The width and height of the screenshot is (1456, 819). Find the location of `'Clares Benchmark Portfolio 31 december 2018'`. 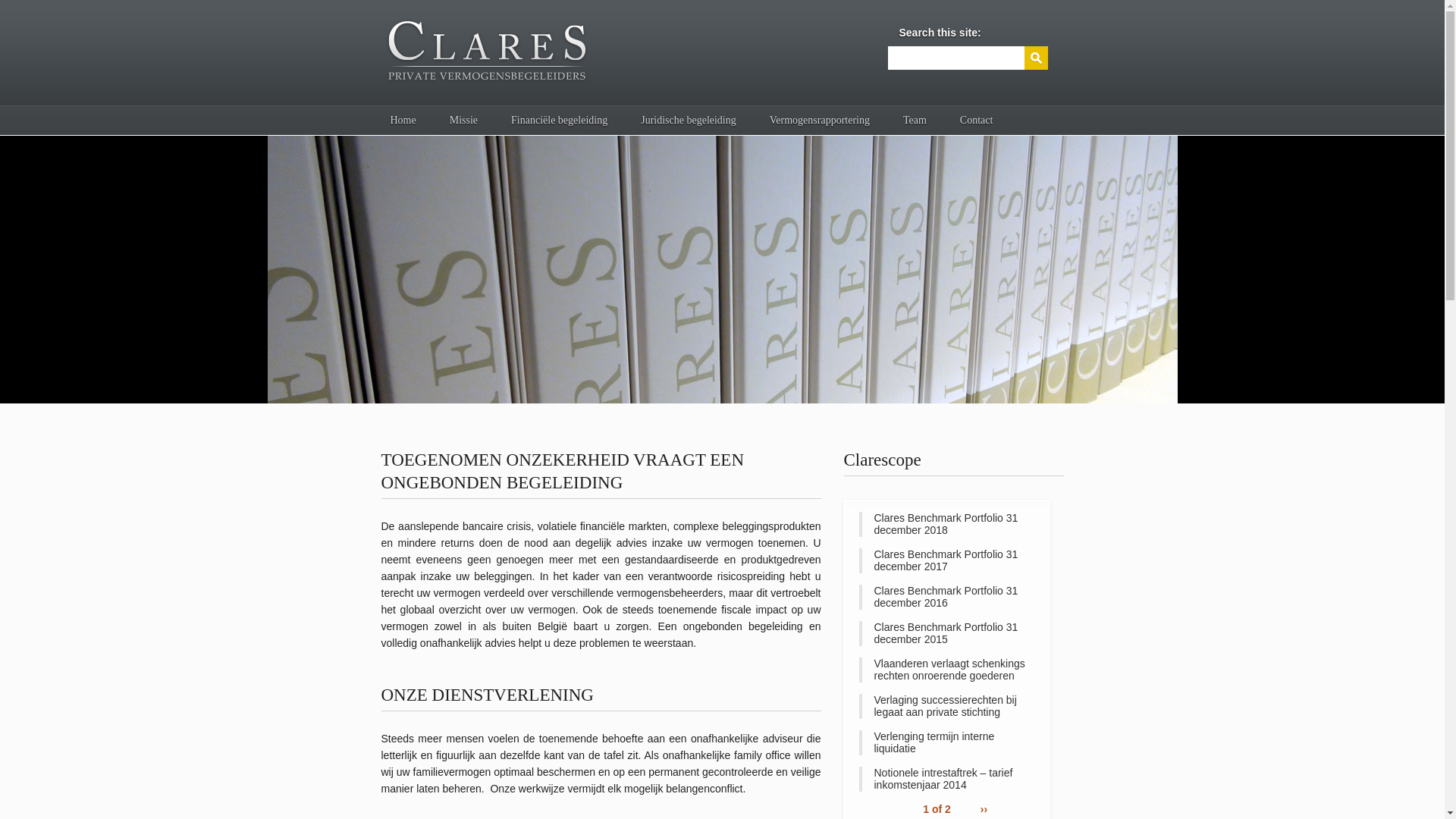

'Clares Benchmark Portfolio 31 december 2018' is located at coordinates (945, 523).